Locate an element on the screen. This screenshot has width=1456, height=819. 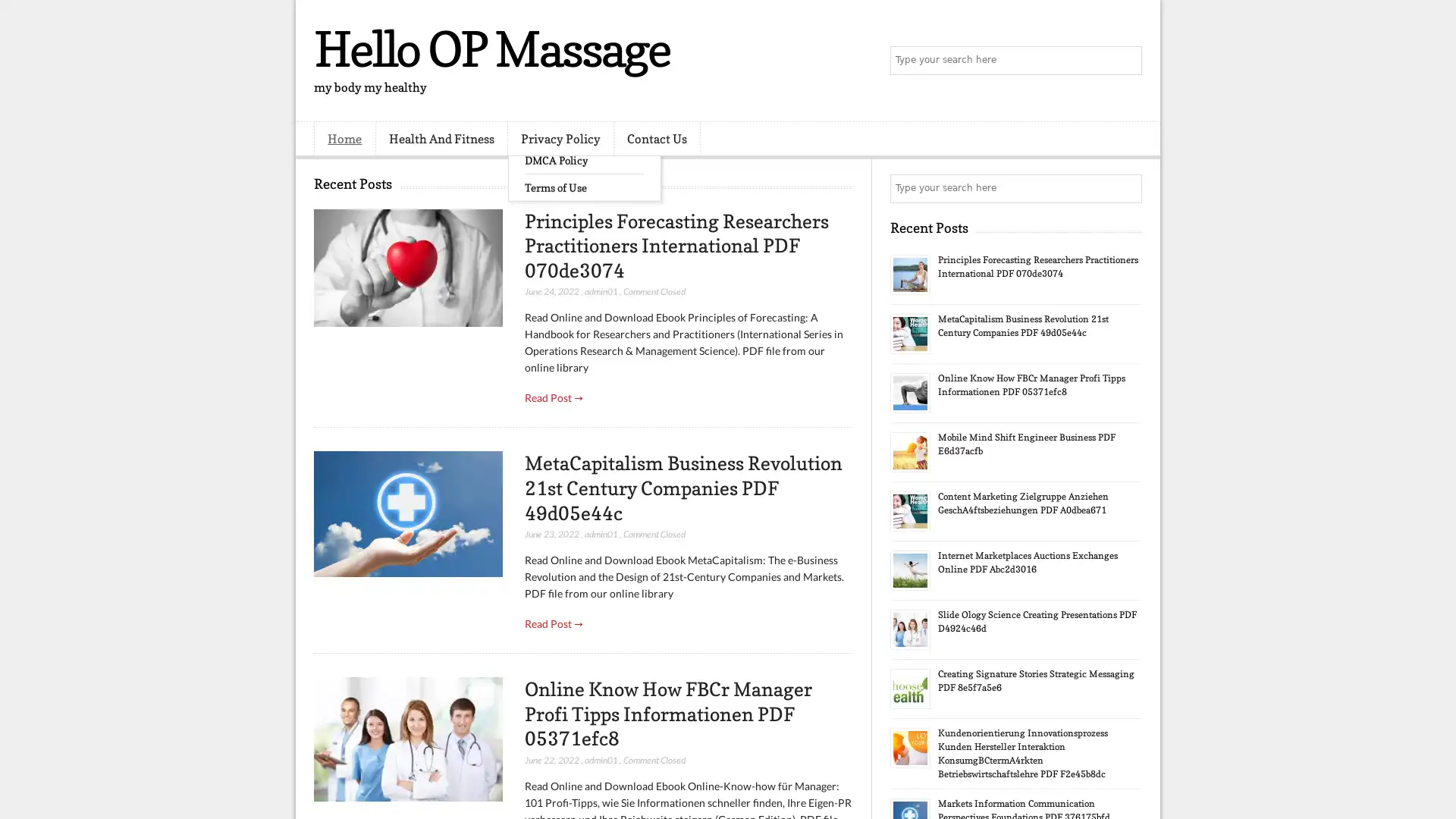
Search is located at coordinates (1126, 61).